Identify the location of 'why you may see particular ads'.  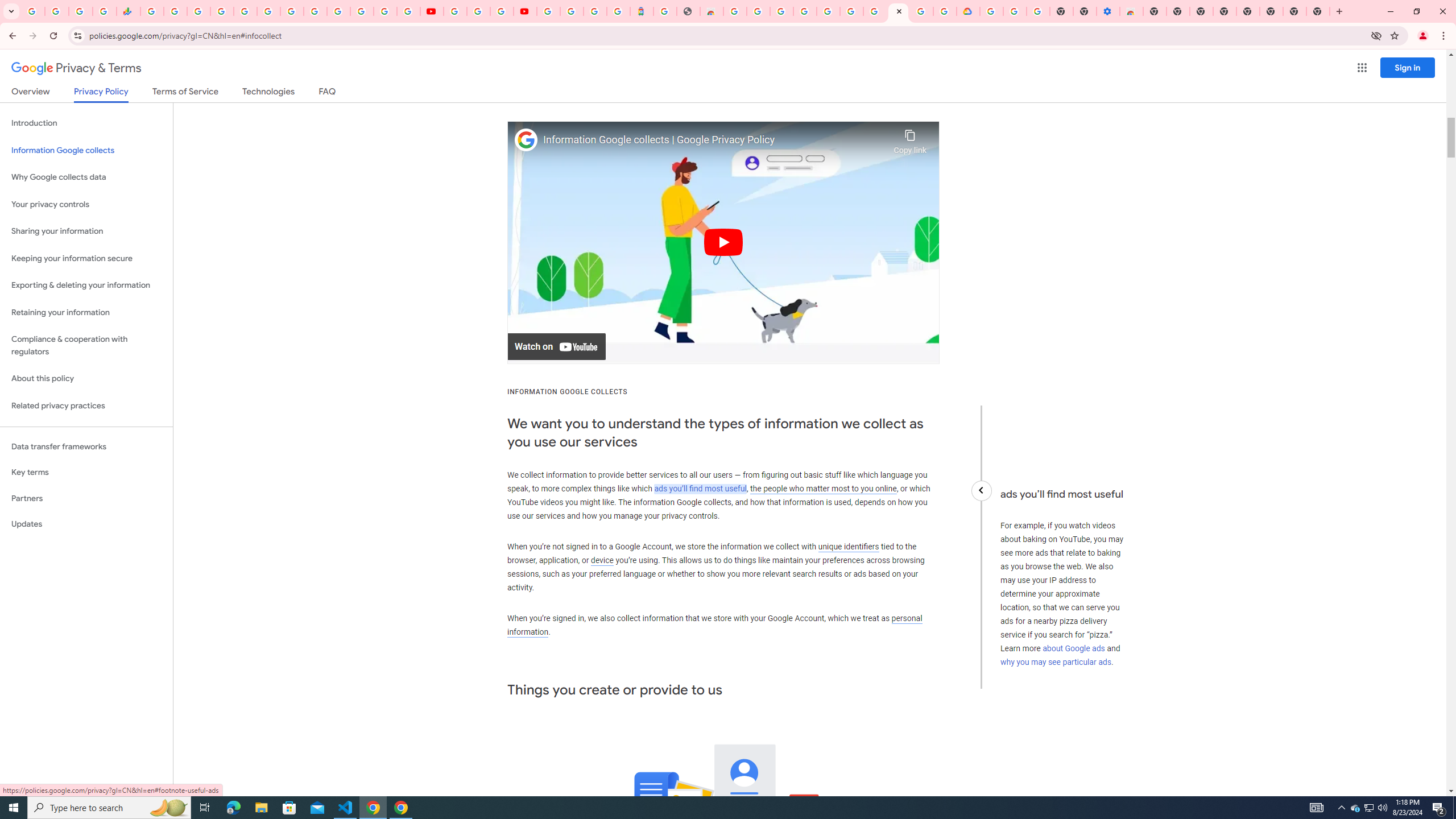
(1055, 662).